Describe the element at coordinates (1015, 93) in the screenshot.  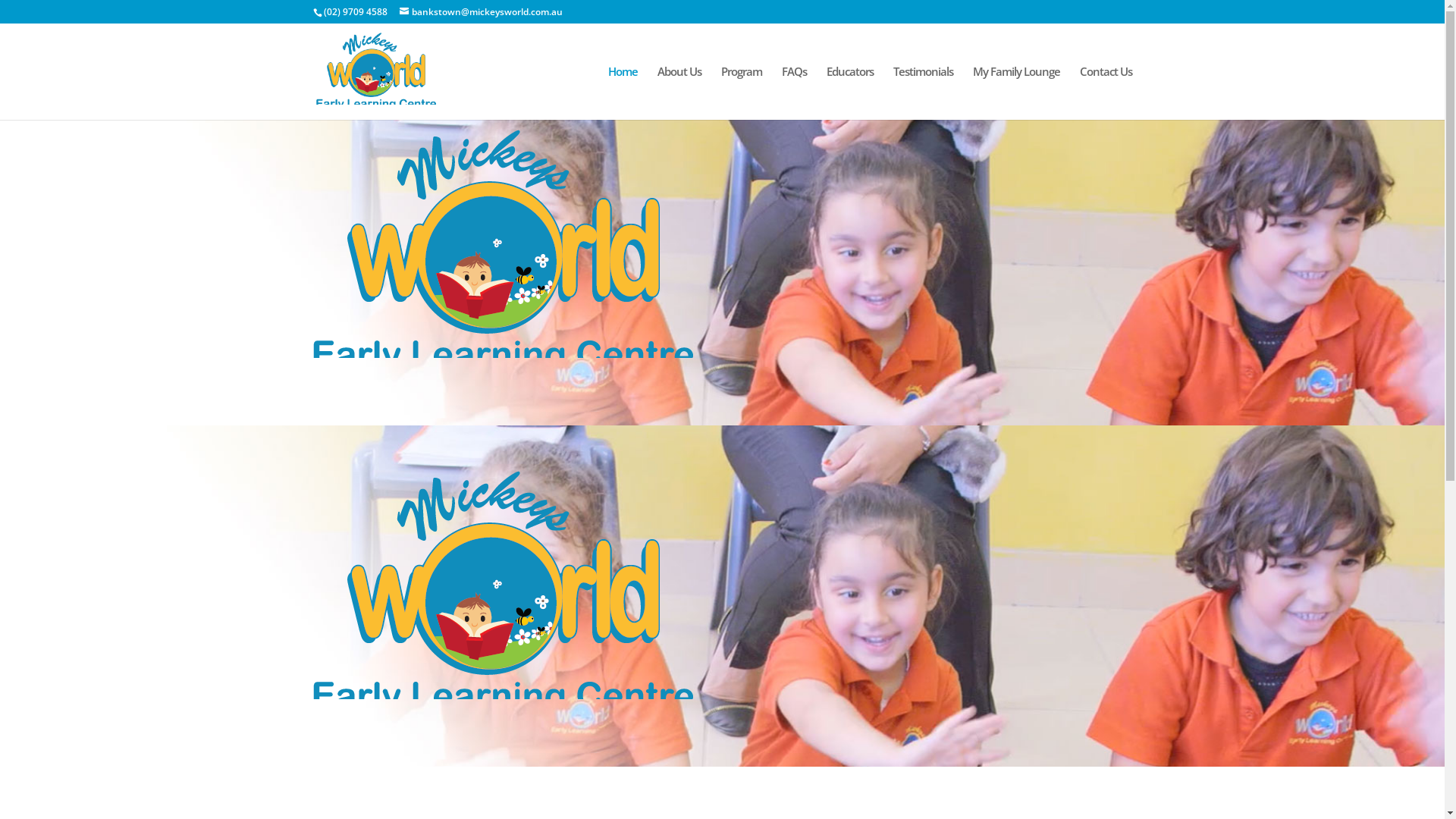
I see `'My Family Lounge'` at that location.